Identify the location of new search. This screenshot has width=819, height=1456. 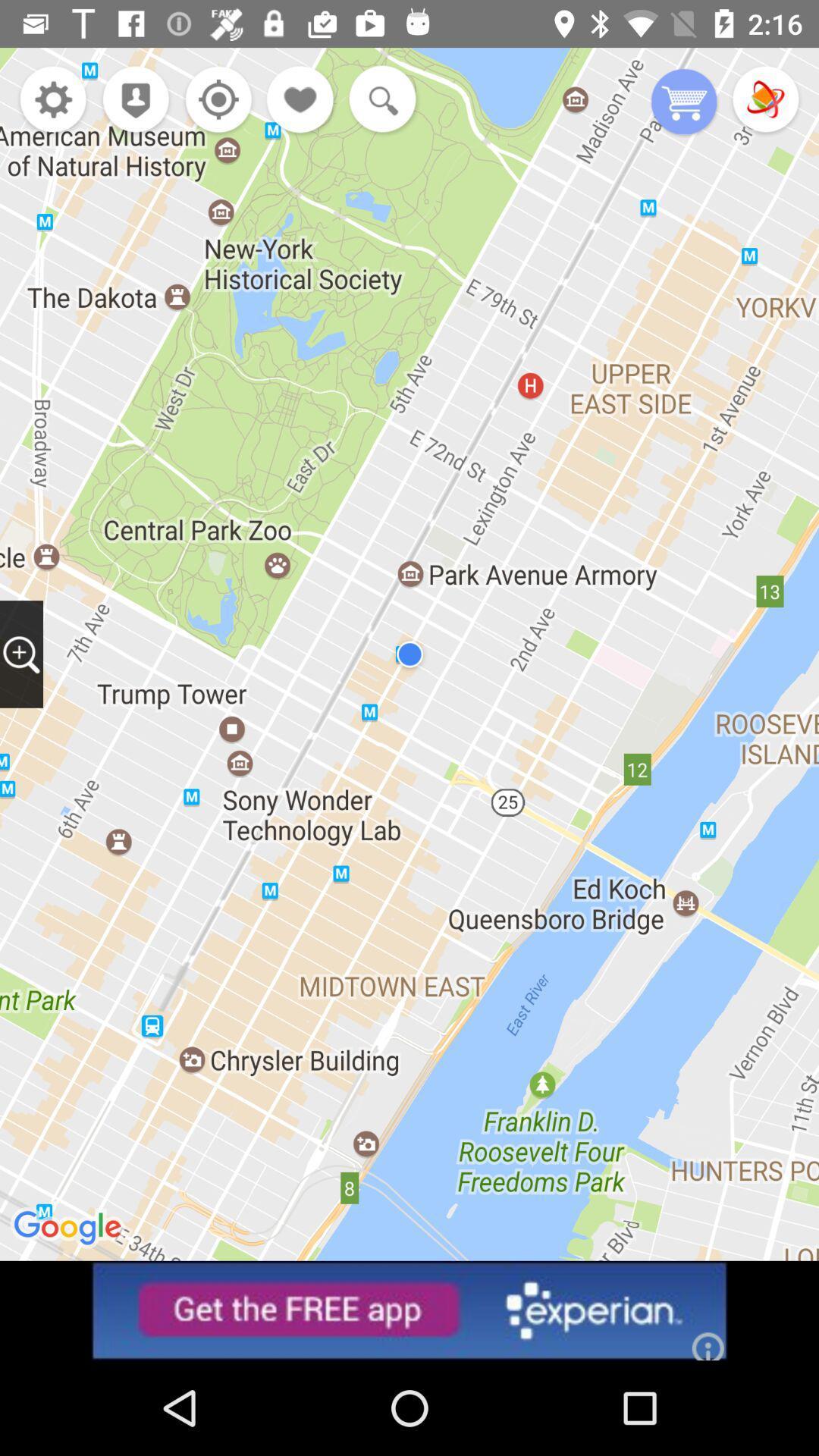
(378, 100).